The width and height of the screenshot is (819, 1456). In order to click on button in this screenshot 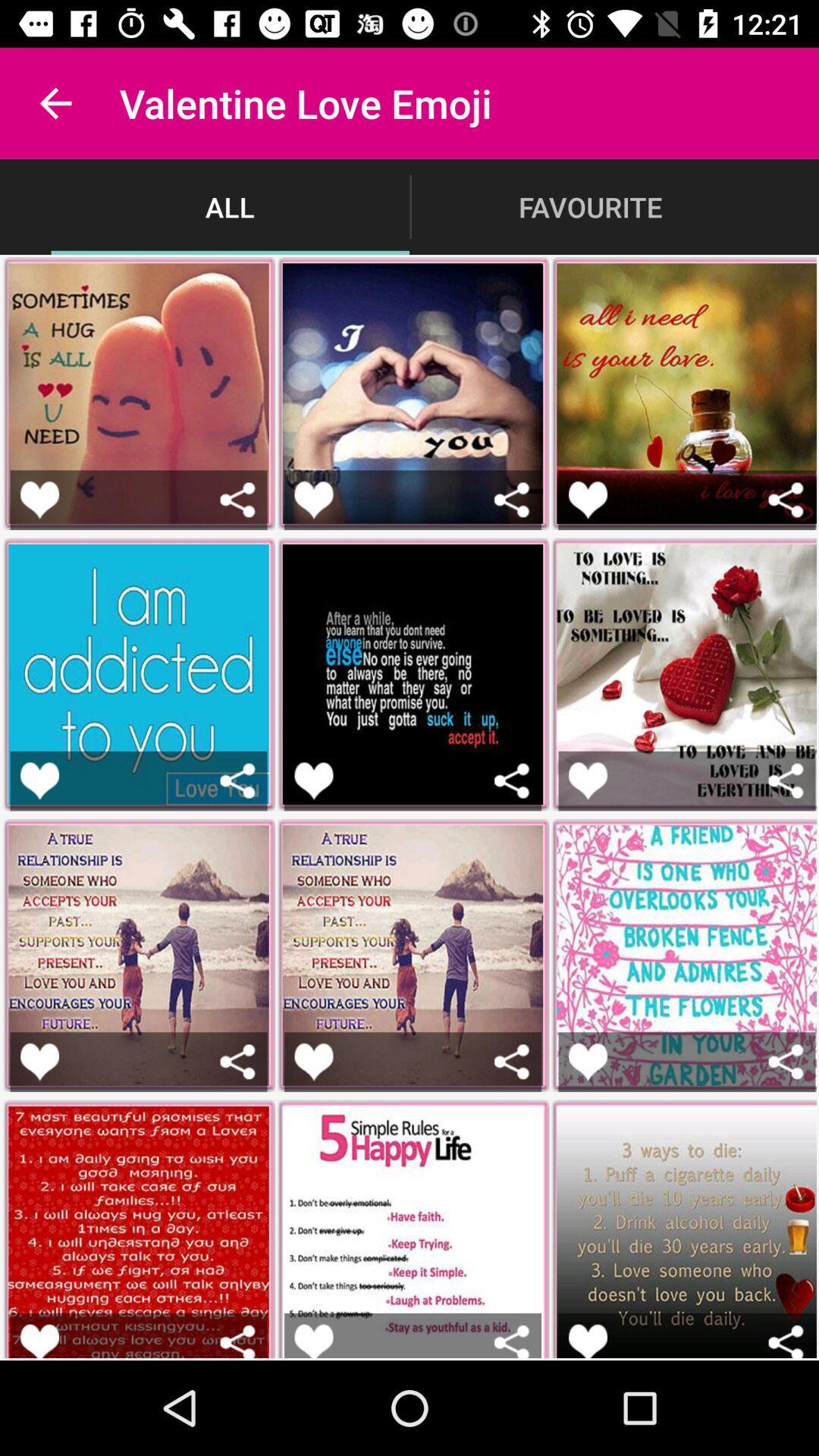, I will do `click(39, 1061)`.